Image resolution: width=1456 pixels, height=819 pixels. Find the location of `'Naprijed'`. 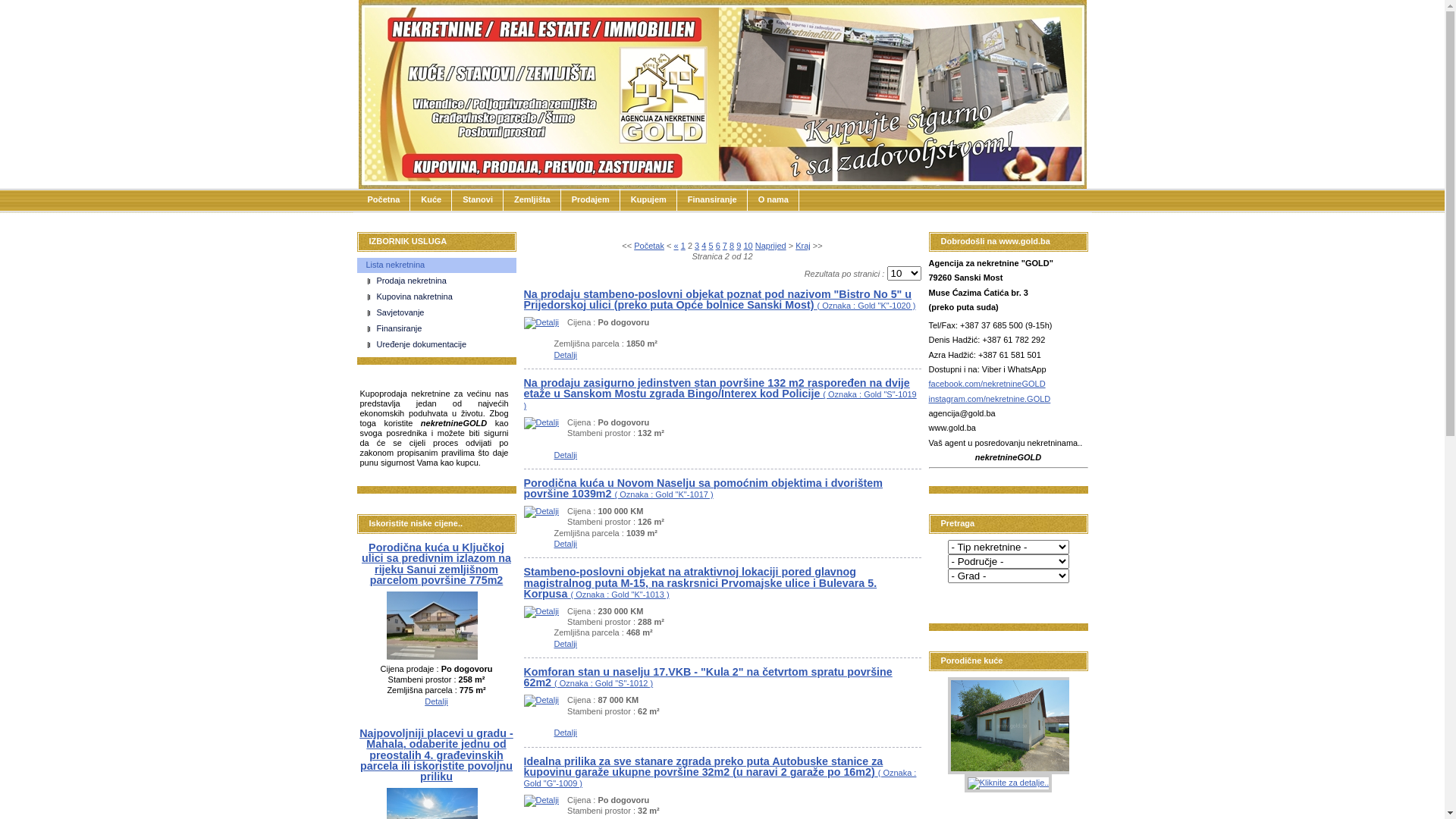

'Naprijed' is located at coordinates (770, 245).